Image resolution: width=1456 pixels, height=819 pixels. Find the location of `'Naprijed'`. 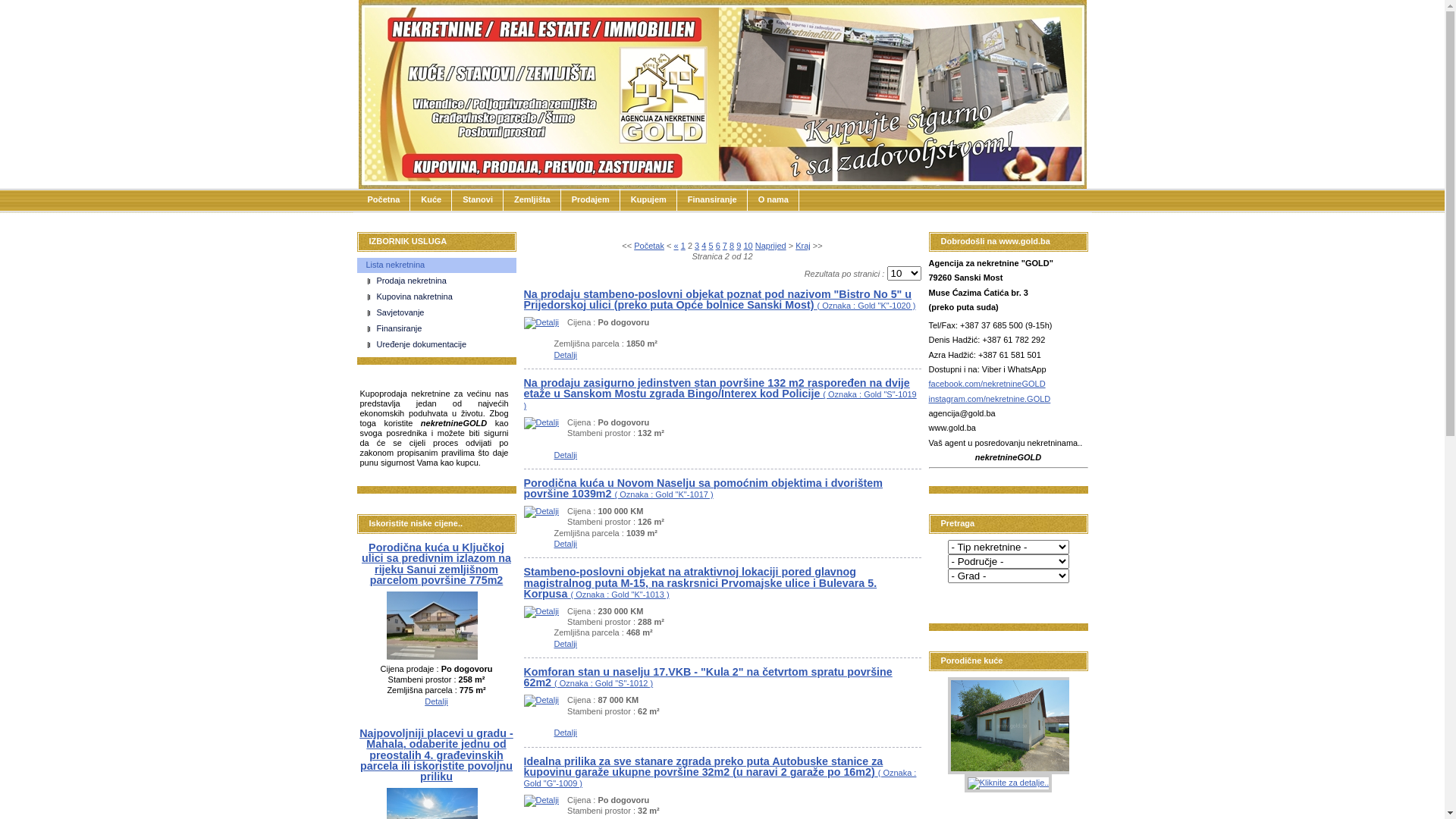

'Naprijed' is located at coordinates (770, 245).